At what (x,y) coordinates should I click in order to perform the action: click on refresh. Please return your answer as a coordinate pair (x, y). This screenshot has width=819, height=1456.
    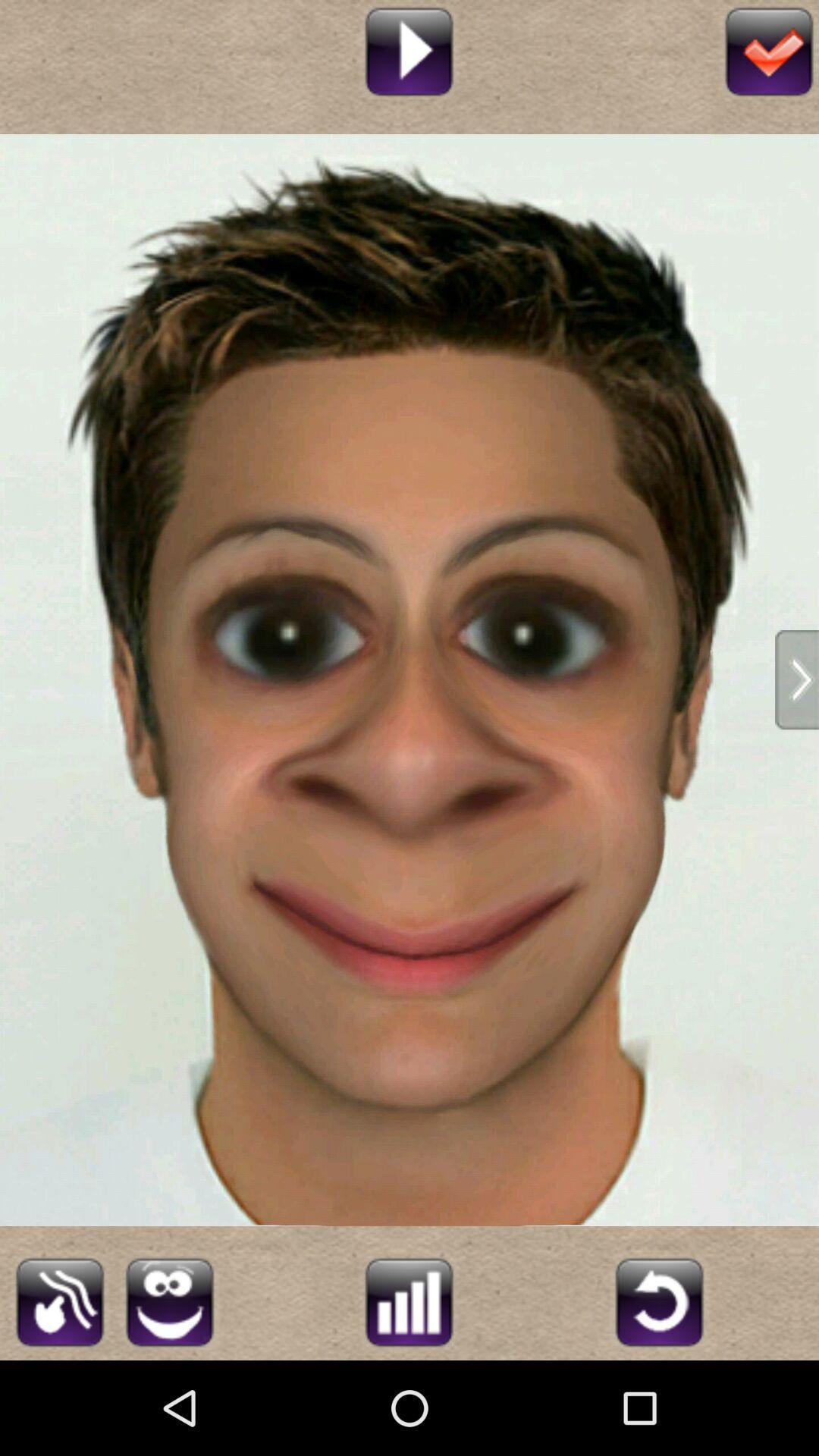
    Looking at the image, I should click on (658, 1299).